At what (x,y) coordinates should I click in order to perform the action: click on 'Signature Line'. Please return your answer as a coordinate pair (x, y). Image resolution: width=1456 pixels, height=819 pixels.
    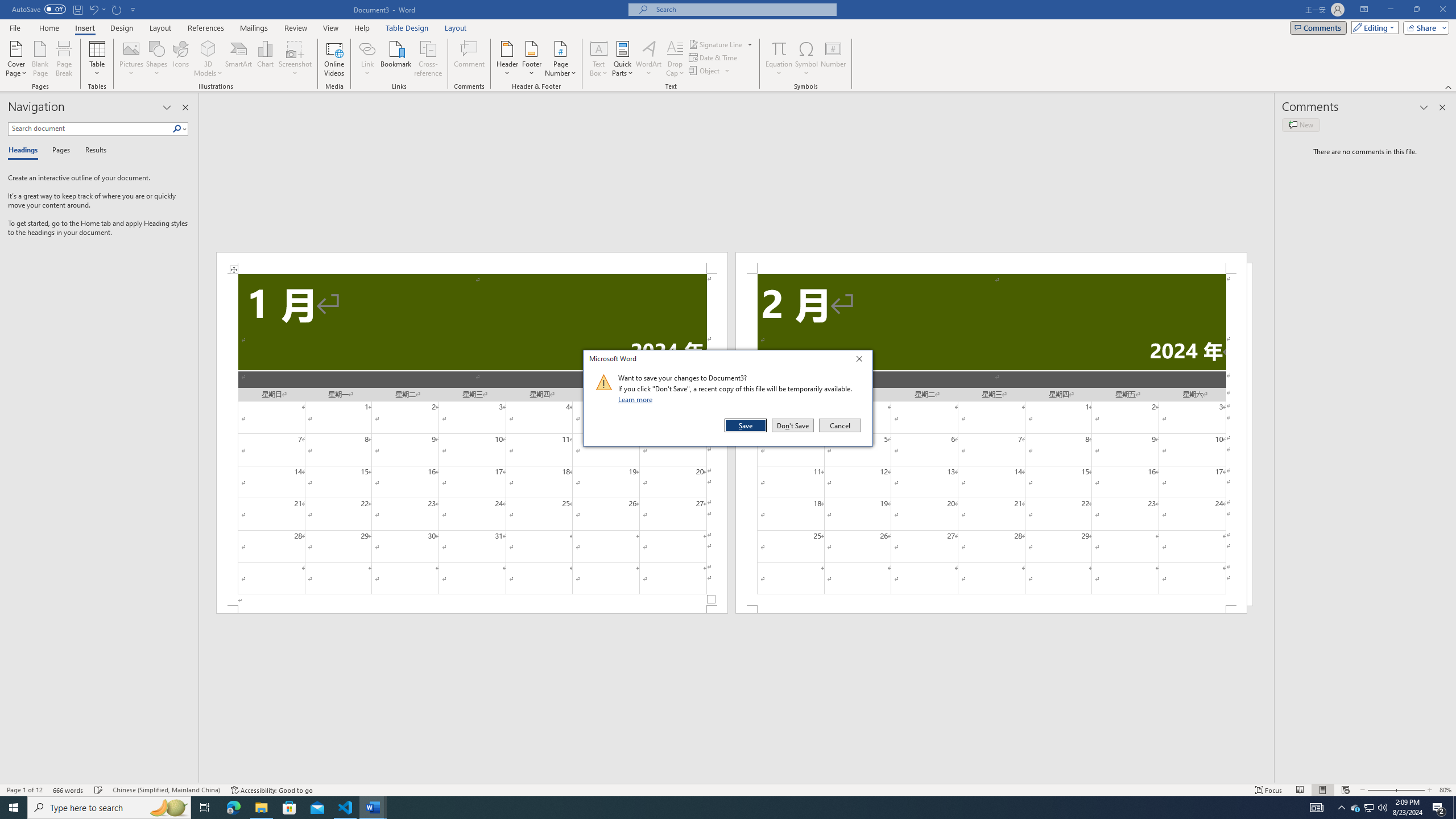
    Looking at the image, I should click on (721, 44).